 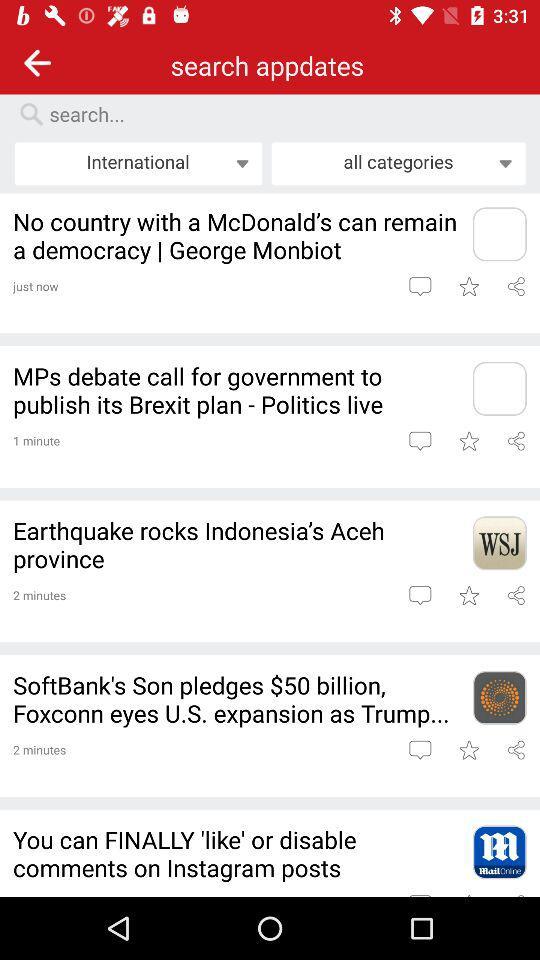 I want to click on switch auto play option, so click(x=516, y=441).